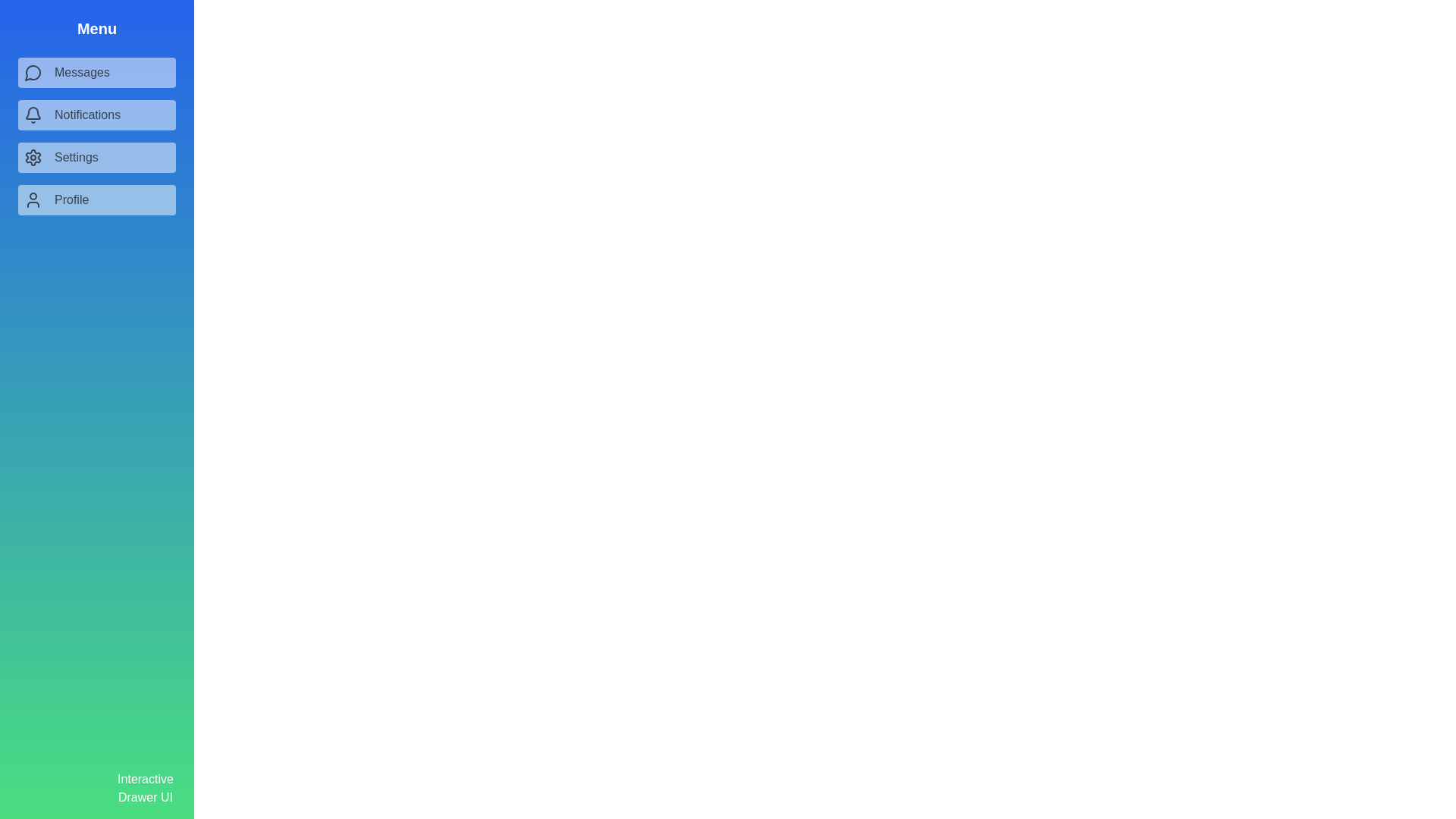  I want to click on the 'Interactive Drawer UI' label at the bottom of the drawer, so click(146, 788).